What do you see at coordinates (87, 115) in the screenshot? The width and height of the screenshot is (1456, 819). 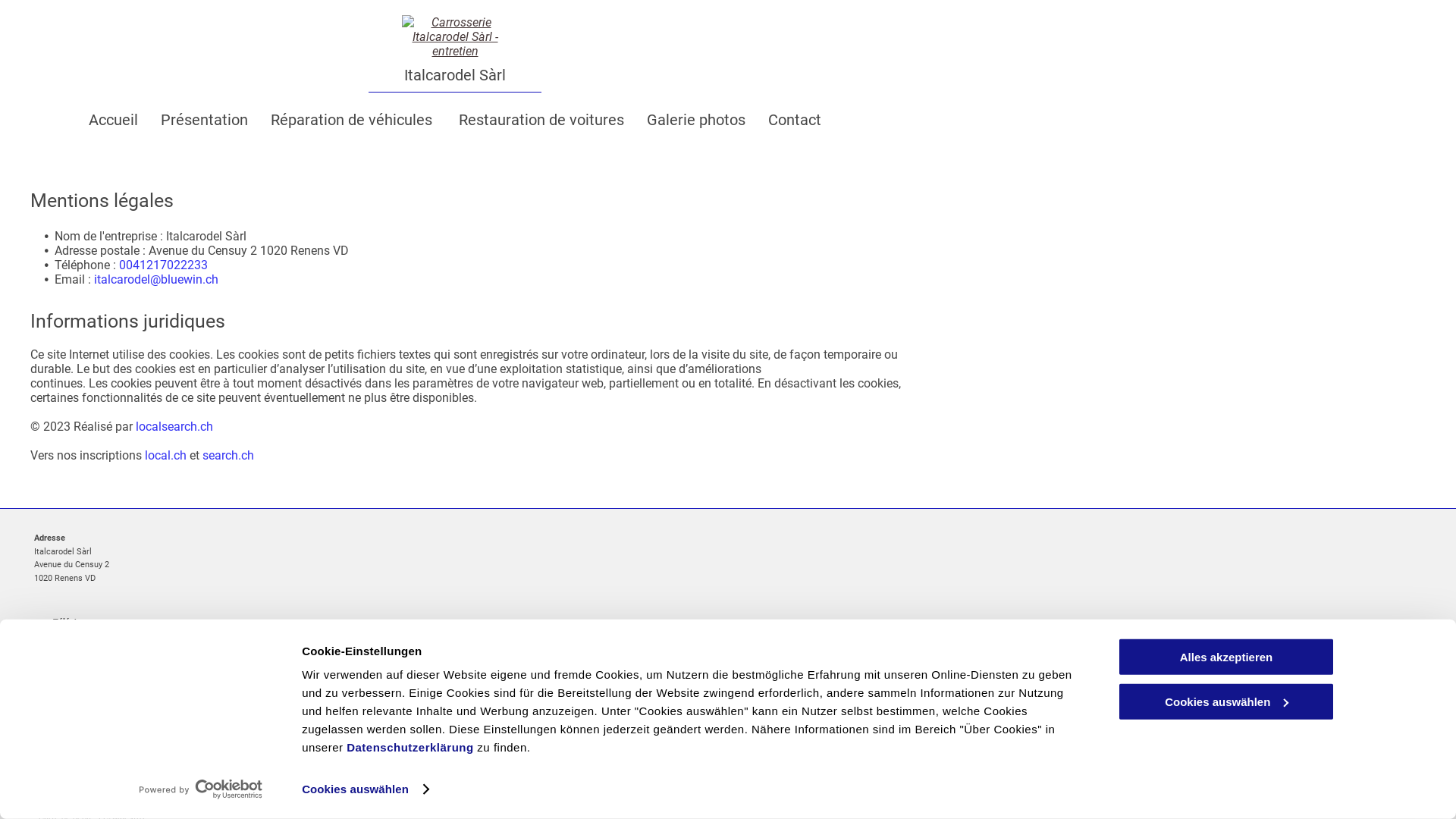 I see `'Accueil'` at bounding box center [87, 115].